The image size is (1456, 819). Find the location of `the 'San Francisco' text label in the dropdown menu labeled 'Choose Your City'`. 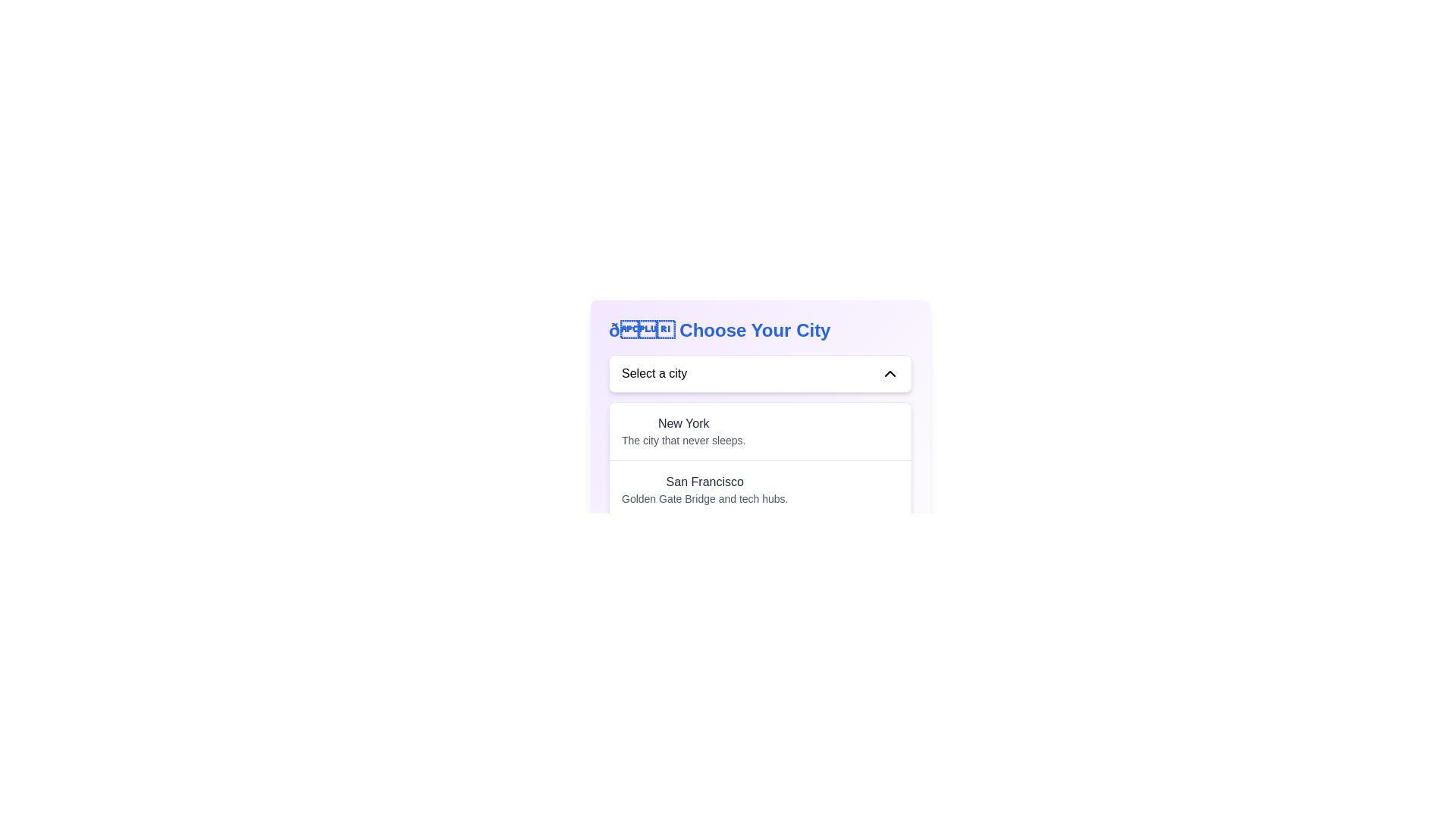

the 'San Francisco' text label in the dropdown menu labeled 'Choose Your City' is located at coordinates (704, 489).